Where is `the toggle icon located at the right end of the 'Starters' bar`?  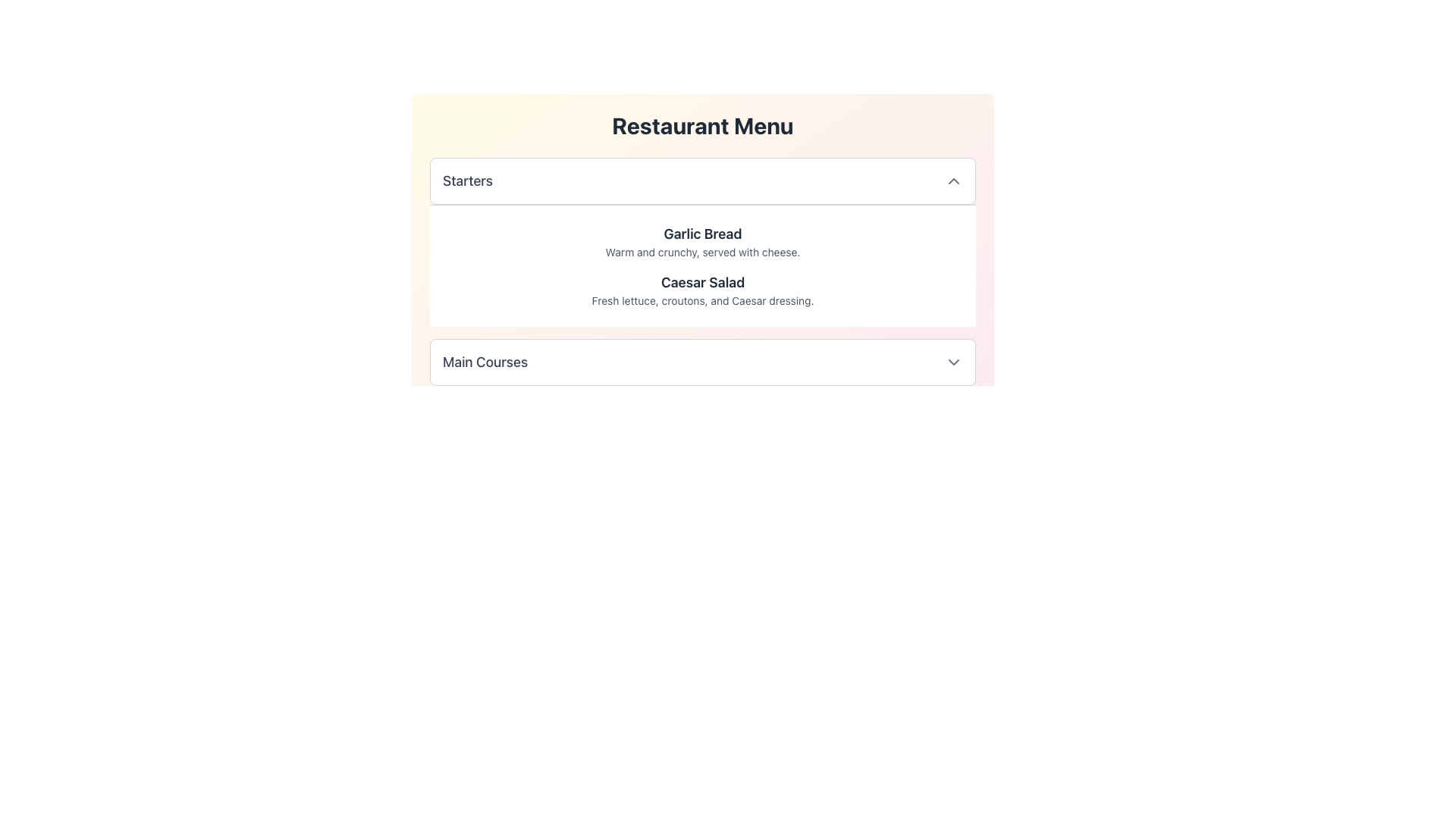 the toggle icon located at the right end of the 'Starters' bar is located at coordinates (952, 180).